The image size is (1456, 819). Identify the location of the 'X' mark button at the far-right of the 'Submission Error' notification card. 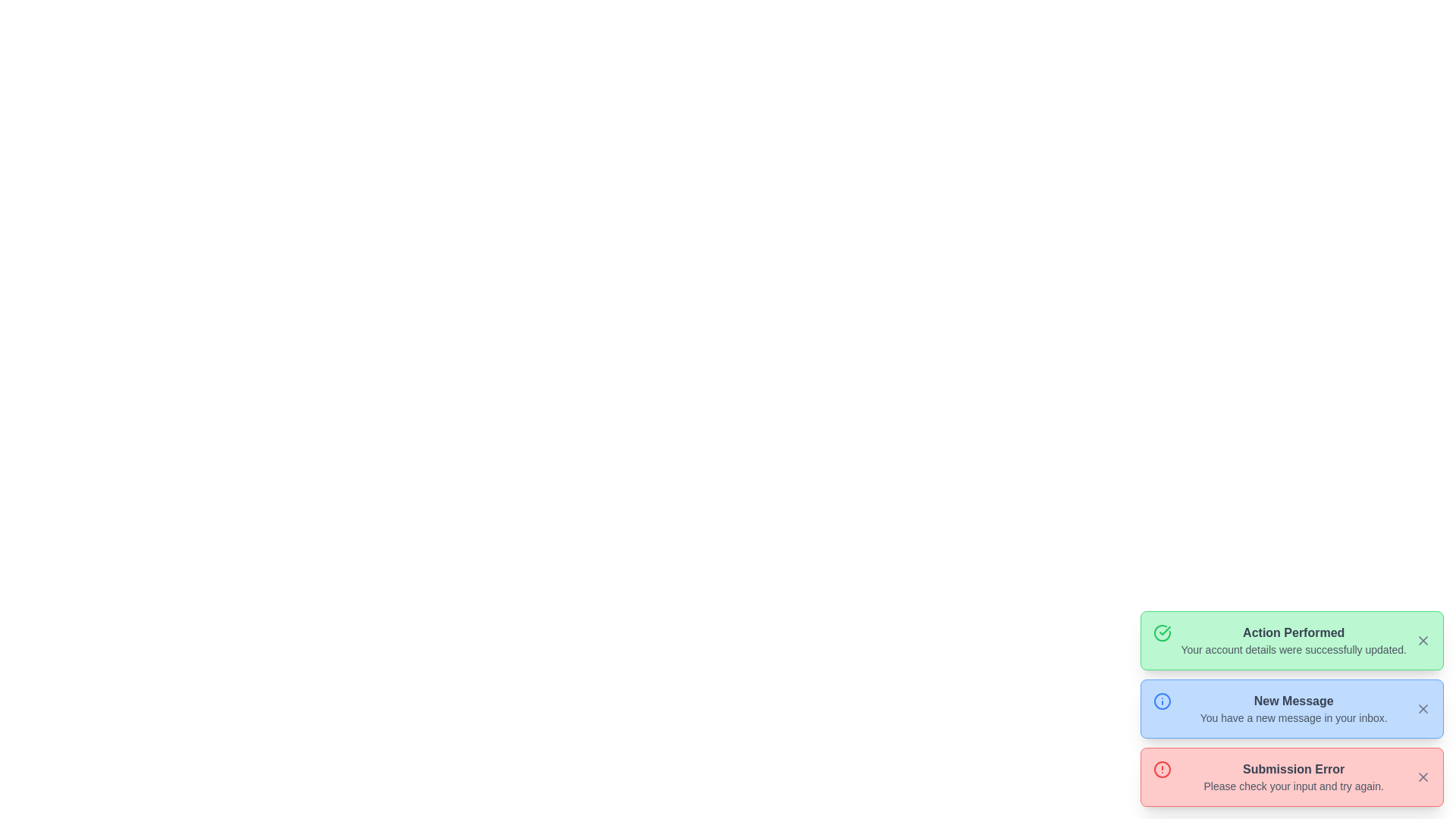
(1422, 777).